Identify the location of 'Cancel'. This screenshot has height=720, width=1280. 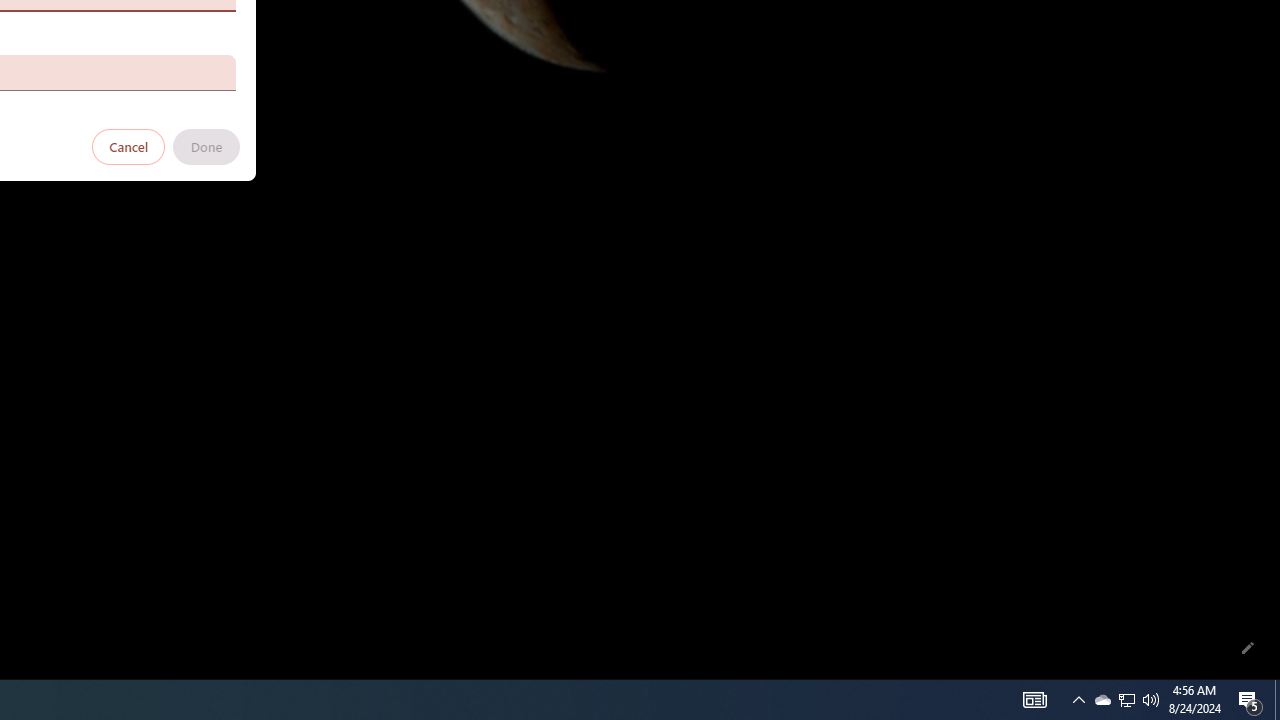
(128, 145).